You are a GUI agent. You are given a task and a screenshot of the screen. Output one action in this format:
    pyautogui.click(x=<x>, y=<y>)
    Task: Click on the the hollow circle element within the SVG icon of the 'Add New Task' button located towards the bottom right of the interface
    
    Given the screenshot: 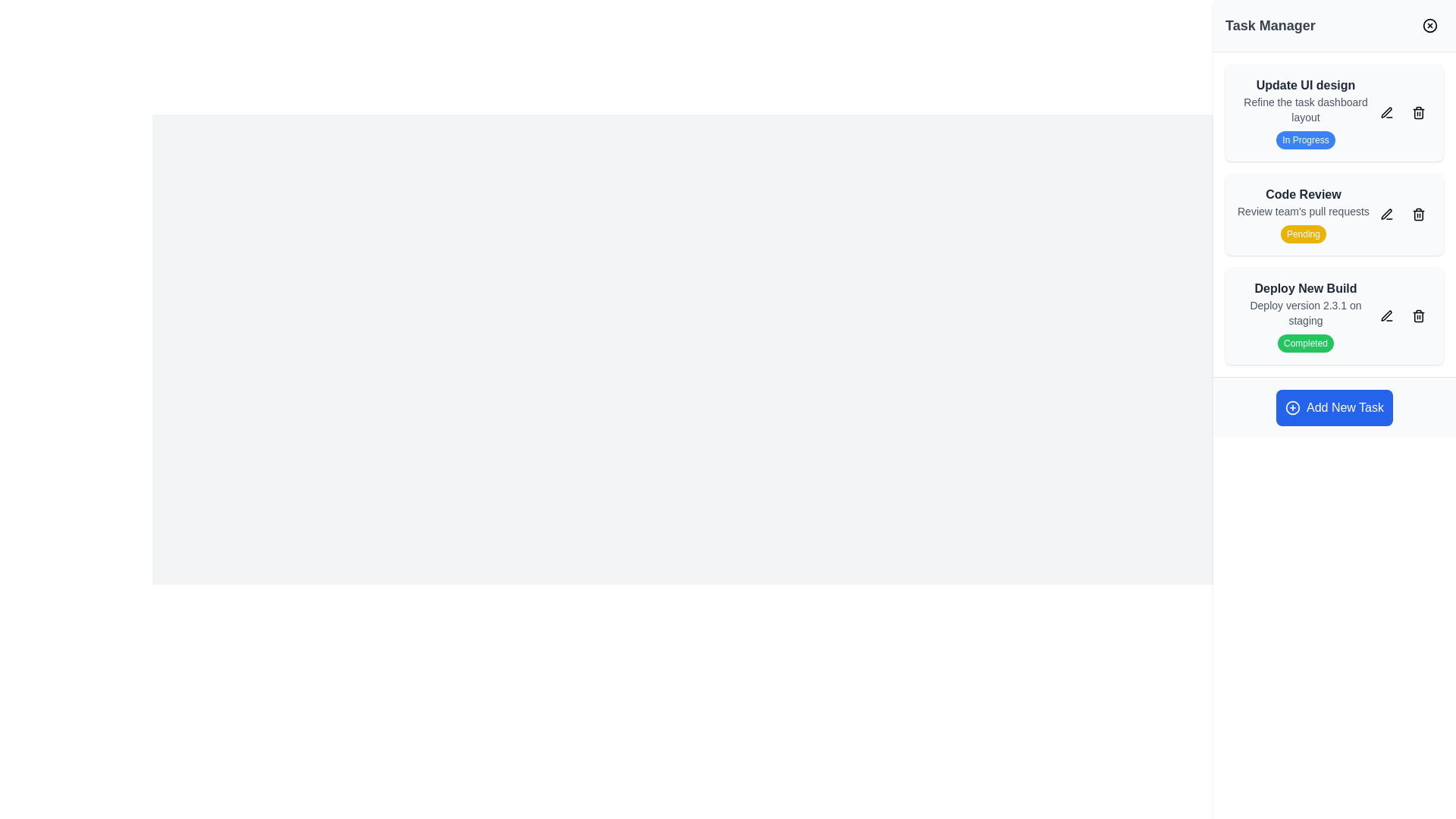 What is the action you would take?
    pyautogui.click(x=1291, y=406)
    